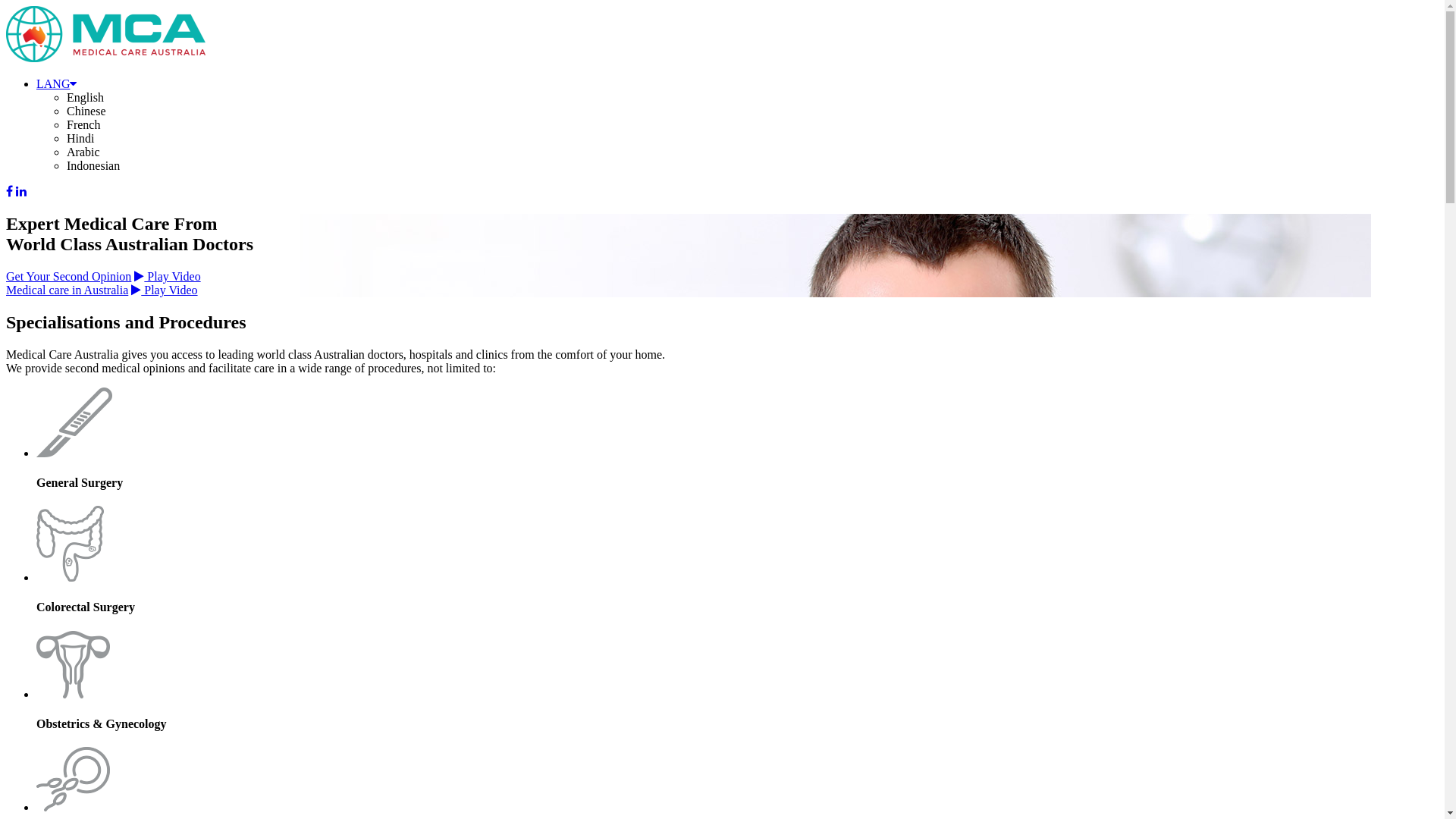 This screenshot has width=1456, height=819. What do you see at coordinates (83, 152) in the screenshot?
I see `'Arabic'` at bounding box center [83, 152].